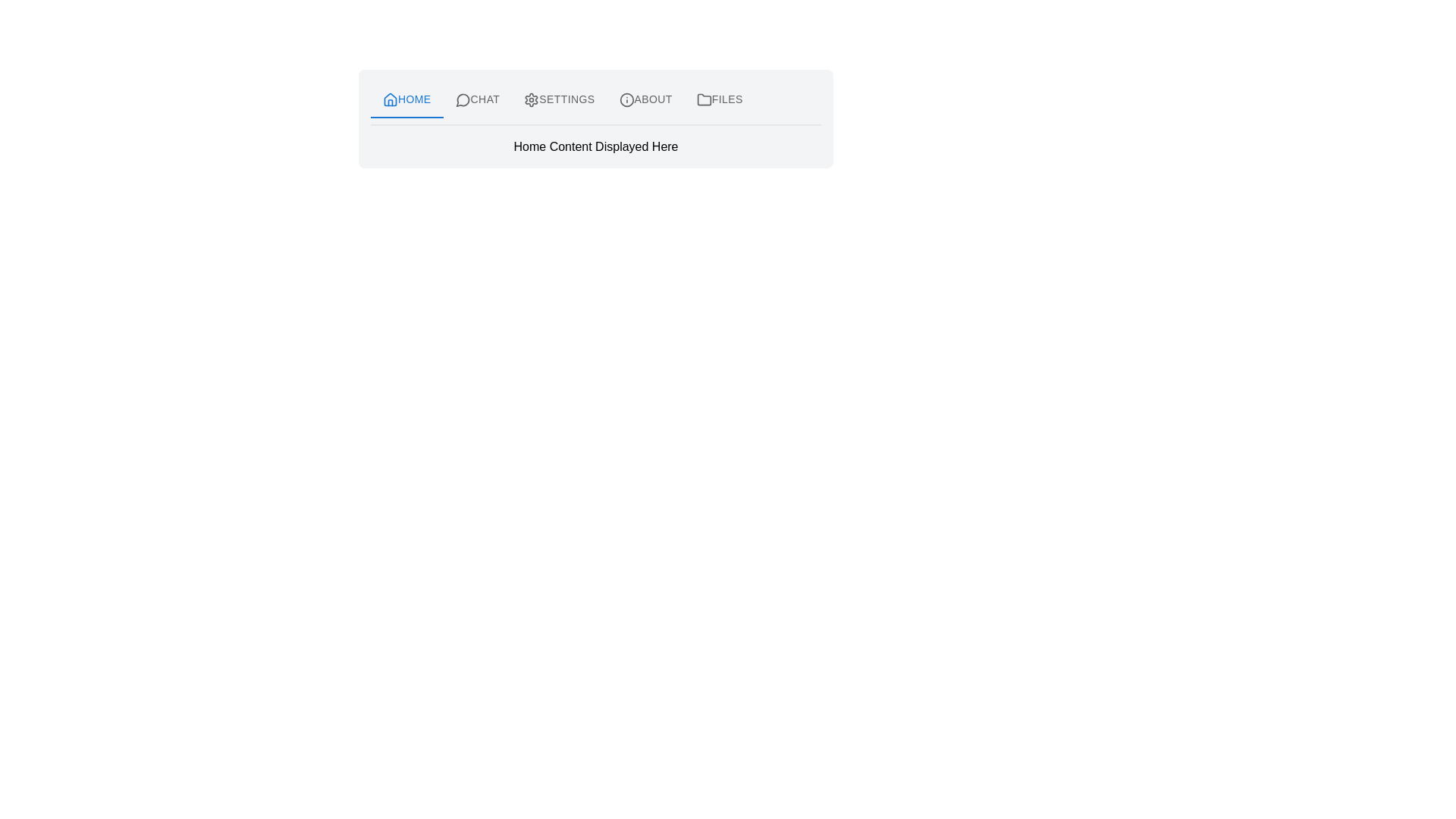  What do you see at coordinates (532, 99) in the screenshot?
I see `the main part of the gear icon associated with the 'Settings' label in the menu bar to interact with it` at bounding box center [532, 99].